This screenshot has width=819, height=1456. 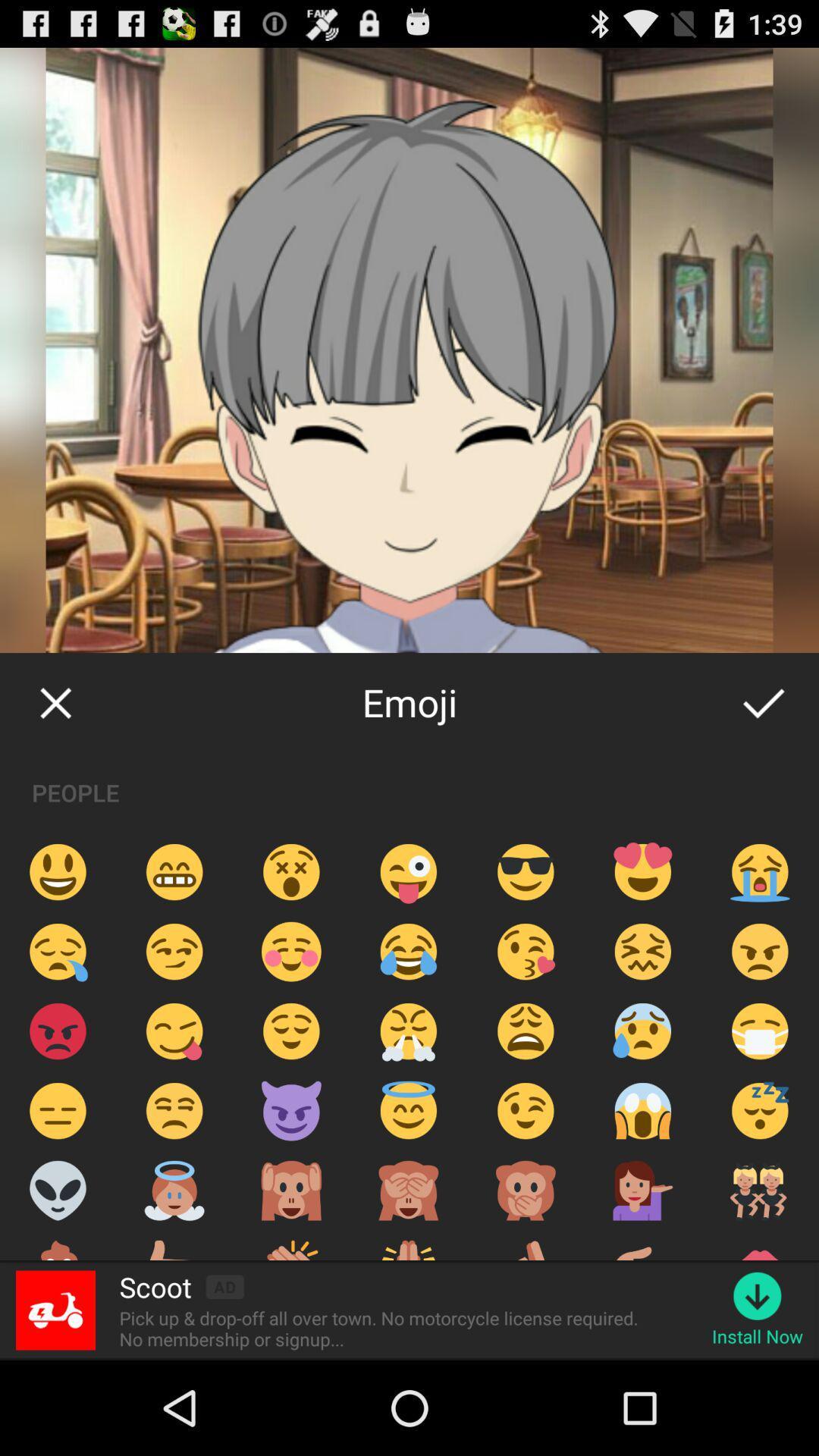 I want to click on the app to the right of pick up drop, so click(x=758, y=1336).